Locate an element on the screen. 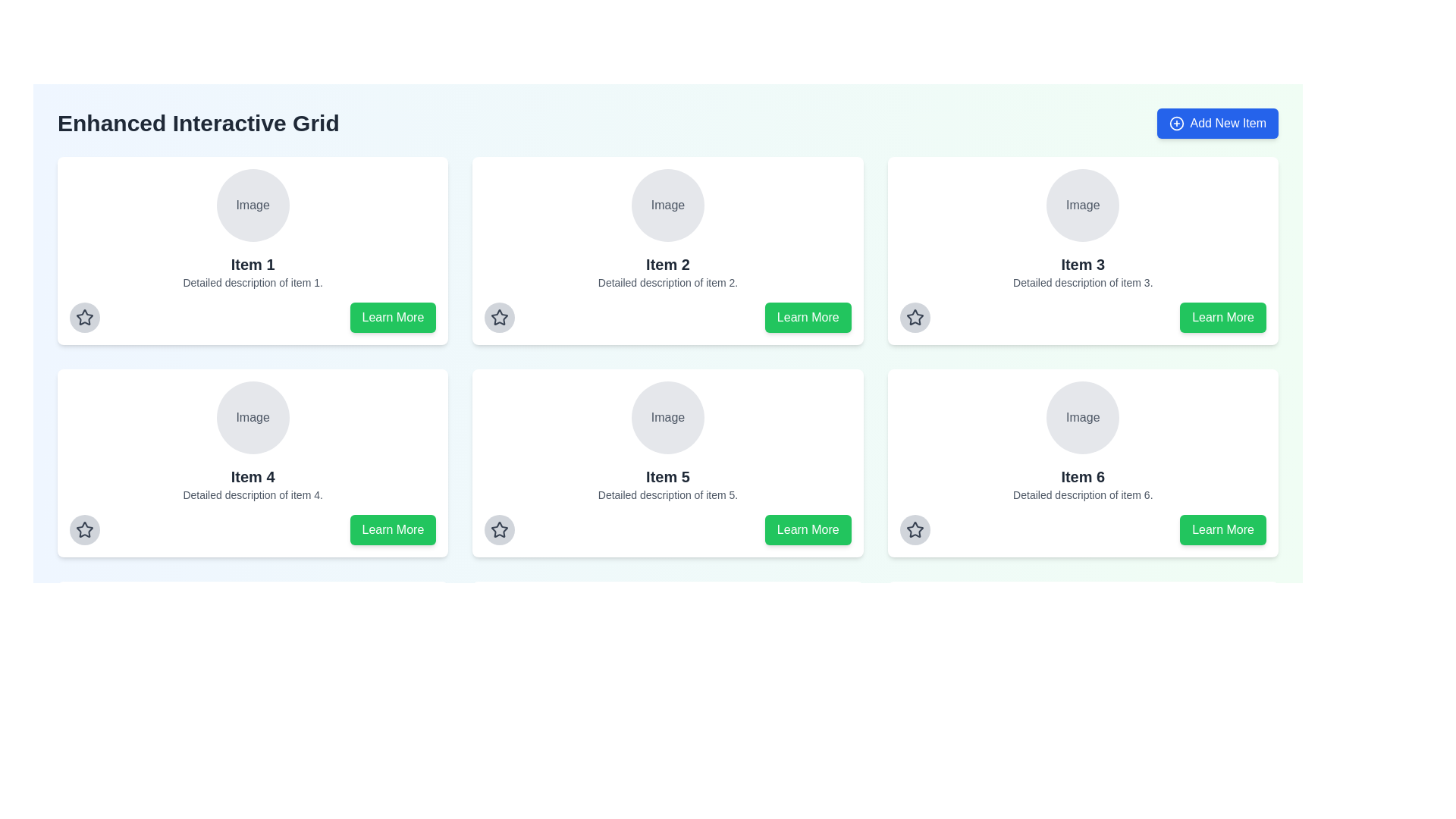 The width and height of the screenshot is (1456, 819). the button in the second row, fourth position of the grid to observe the hover effect for 'Item 4' is located at coordinates (393, 529).